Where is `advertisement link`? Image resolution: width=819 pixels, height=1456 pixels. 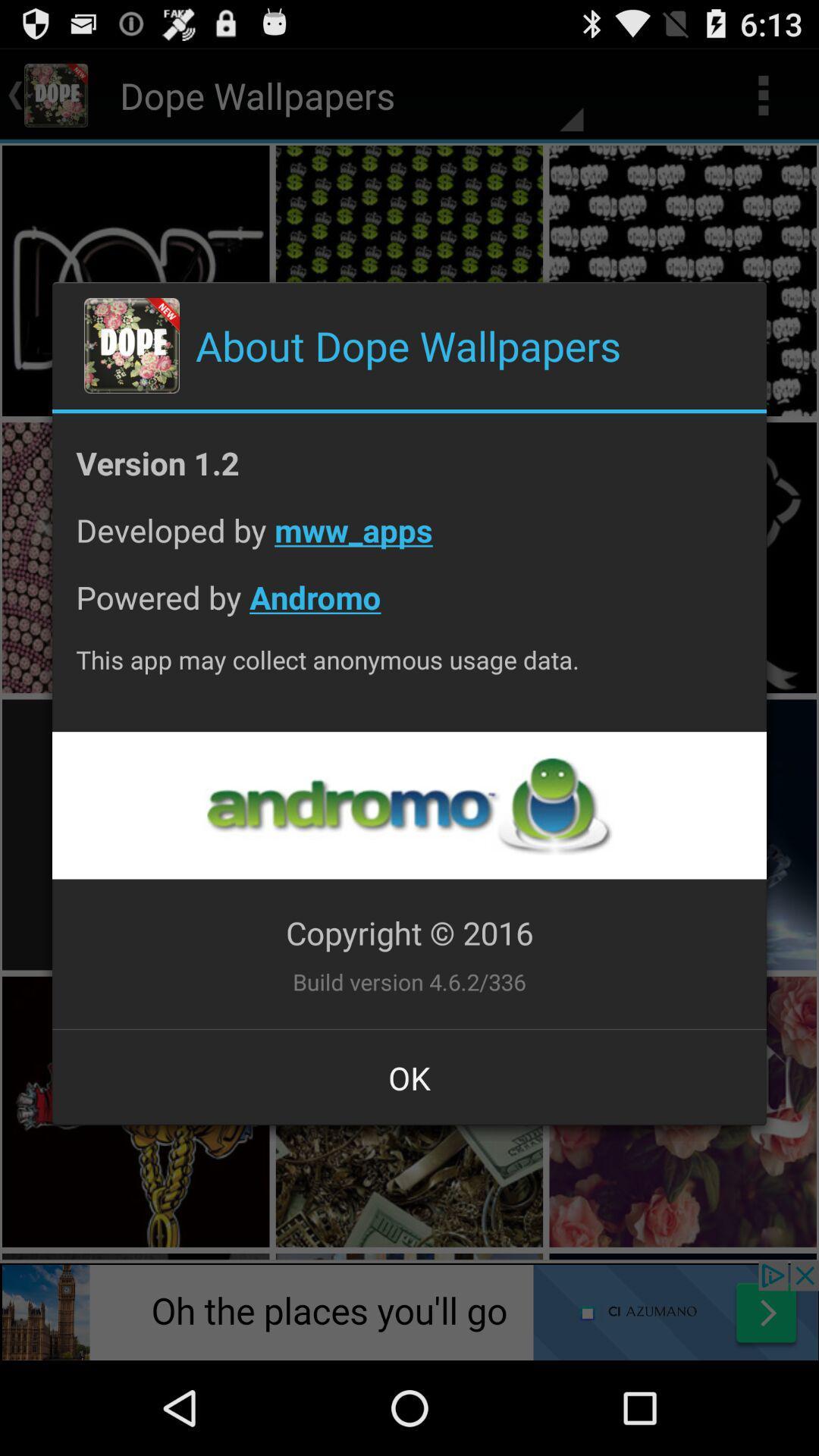
advertisement link is located at coordinates (408, 805).